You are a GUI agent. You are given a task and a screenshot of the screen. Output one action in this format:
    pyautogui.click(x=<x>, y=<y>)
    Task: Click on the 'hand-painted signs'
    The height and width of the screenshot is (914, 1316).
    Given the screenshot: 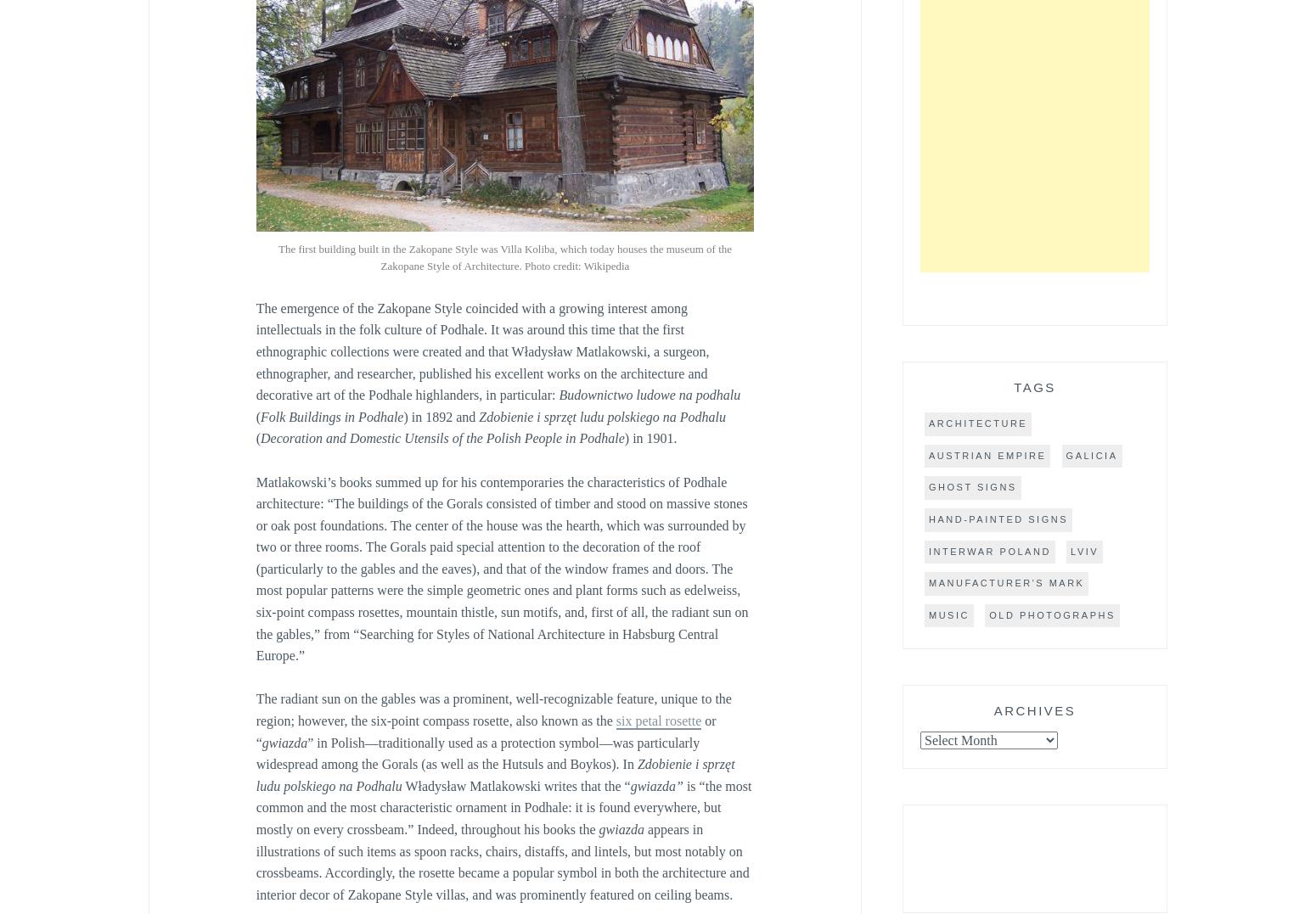 What is the action you would take?
    pyautogui.click(x=927, y=517)
    